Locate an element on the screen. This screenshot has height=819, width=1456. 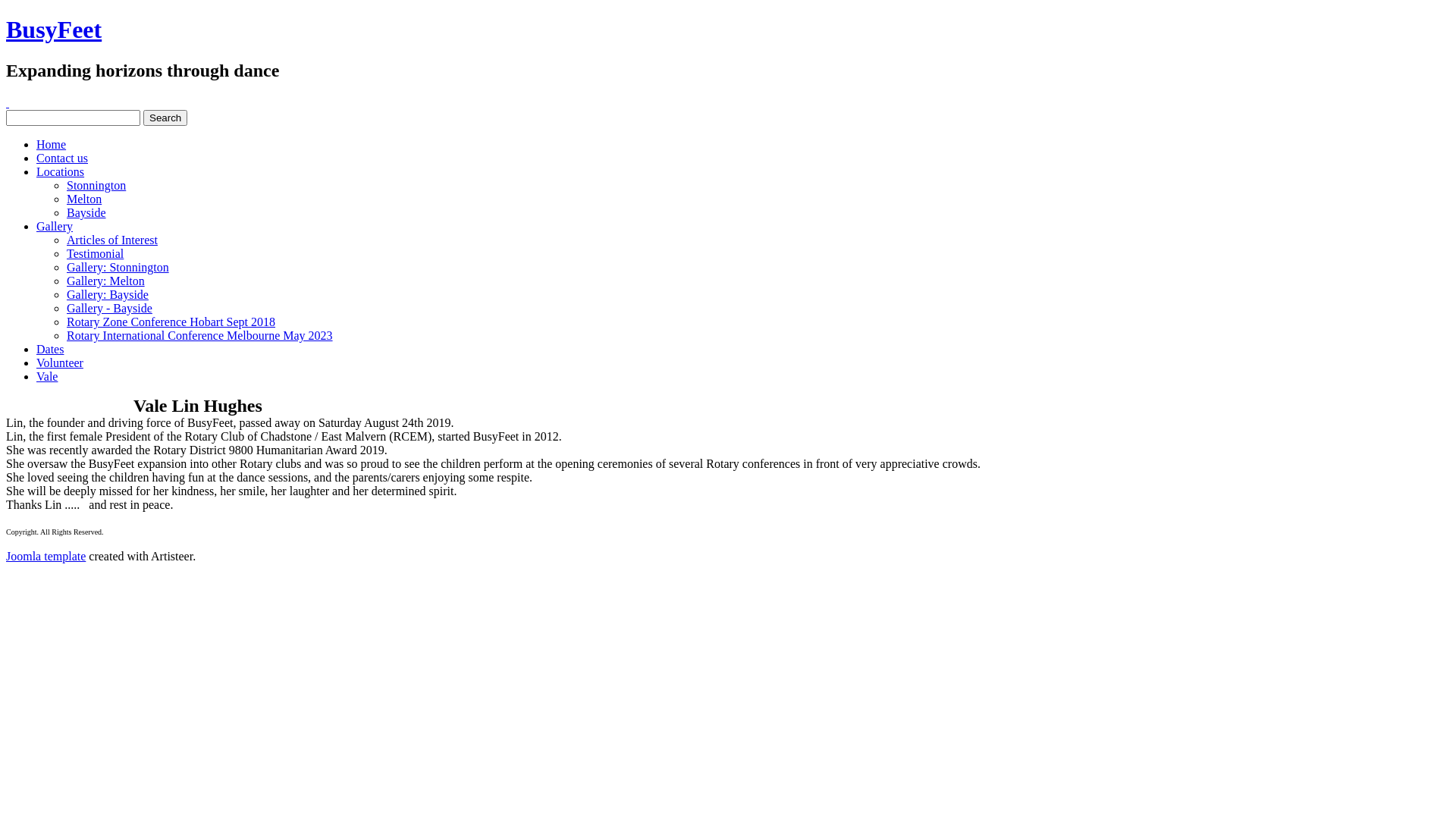
'Rotary Zone Conference Hobart Sept 2018' is located at coordinates (171, 321).